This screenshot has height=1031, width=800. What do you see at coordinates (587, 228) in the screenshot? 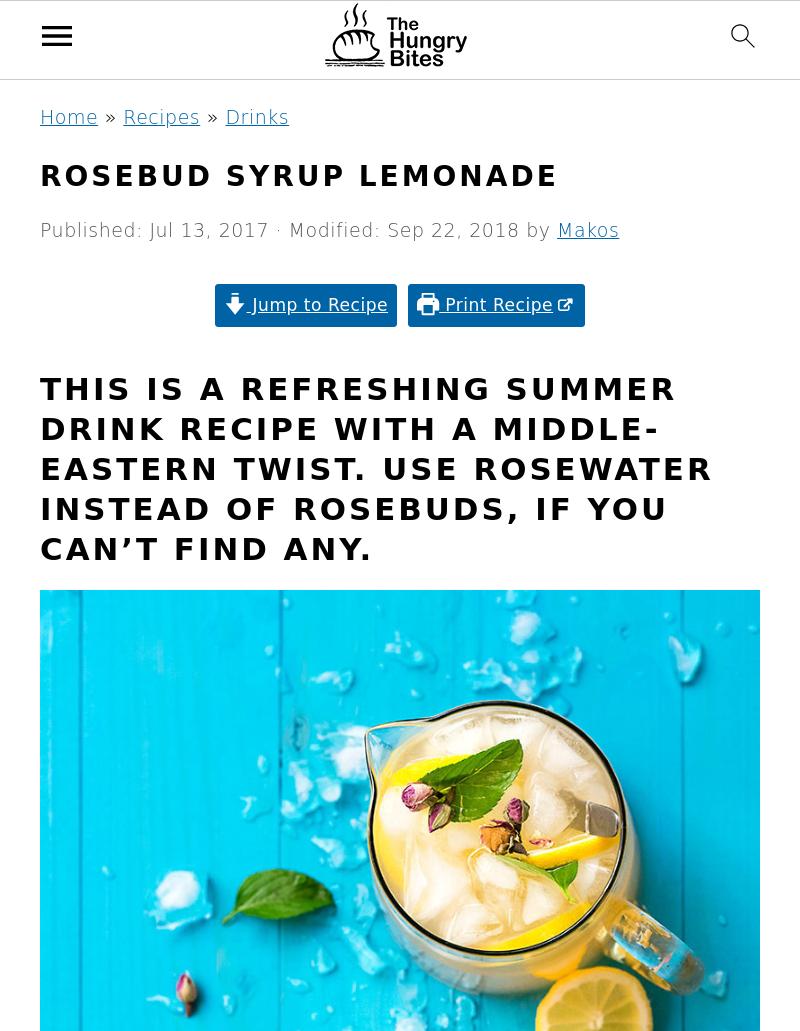
I see `'Makos'` at bounding box center [587, 228].